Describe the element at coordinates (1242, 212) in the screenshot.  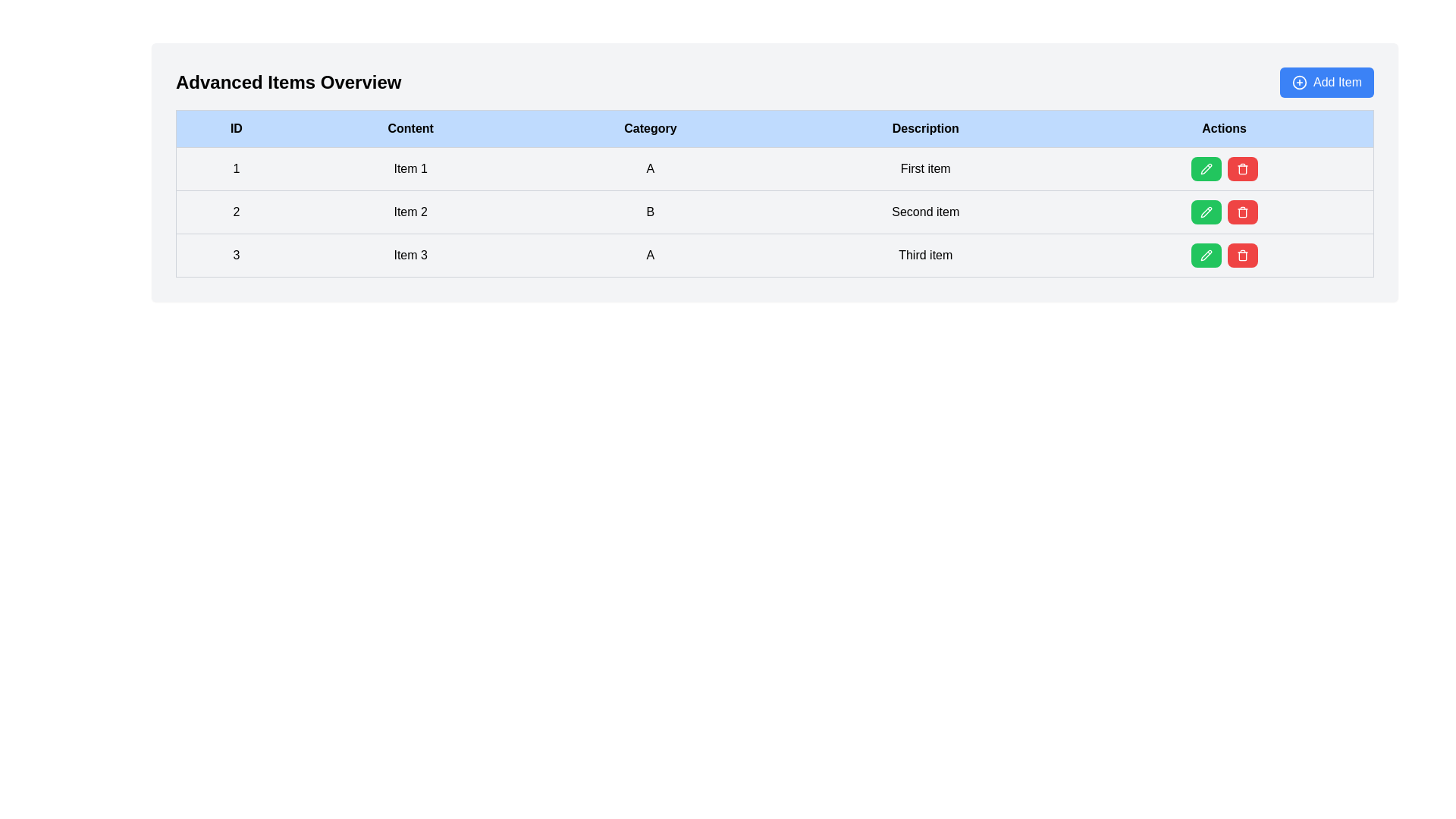
I see `the 'Delete' icon button located in the 'Actions' column of the third row in the table` at that location.